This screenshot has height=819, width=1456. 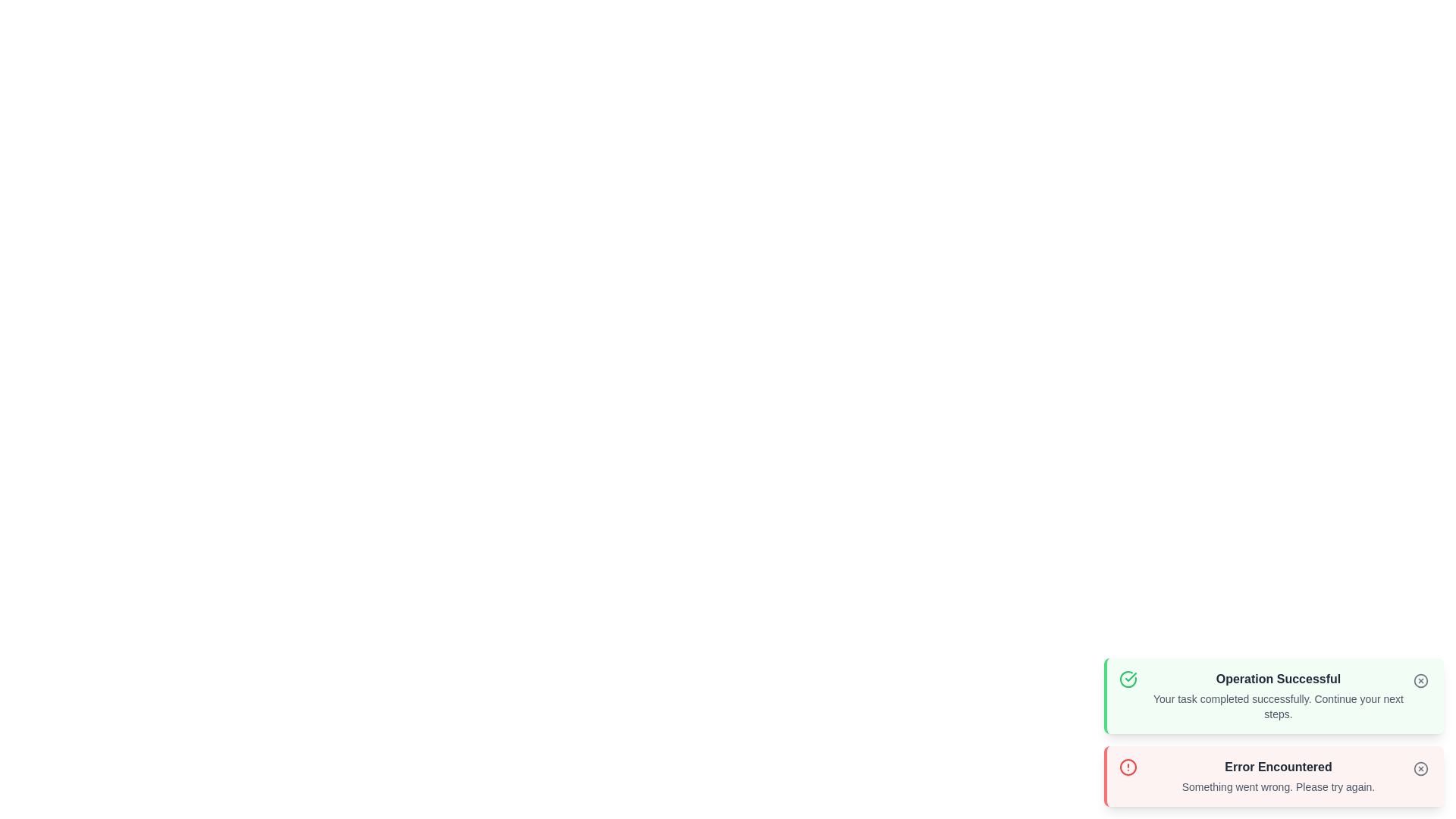 What do you see at coordinates (1420, 769) in the screenshot?
I see `the button located at the top-right corner of the red-themed notification card` at bounding box center [1420, 769].